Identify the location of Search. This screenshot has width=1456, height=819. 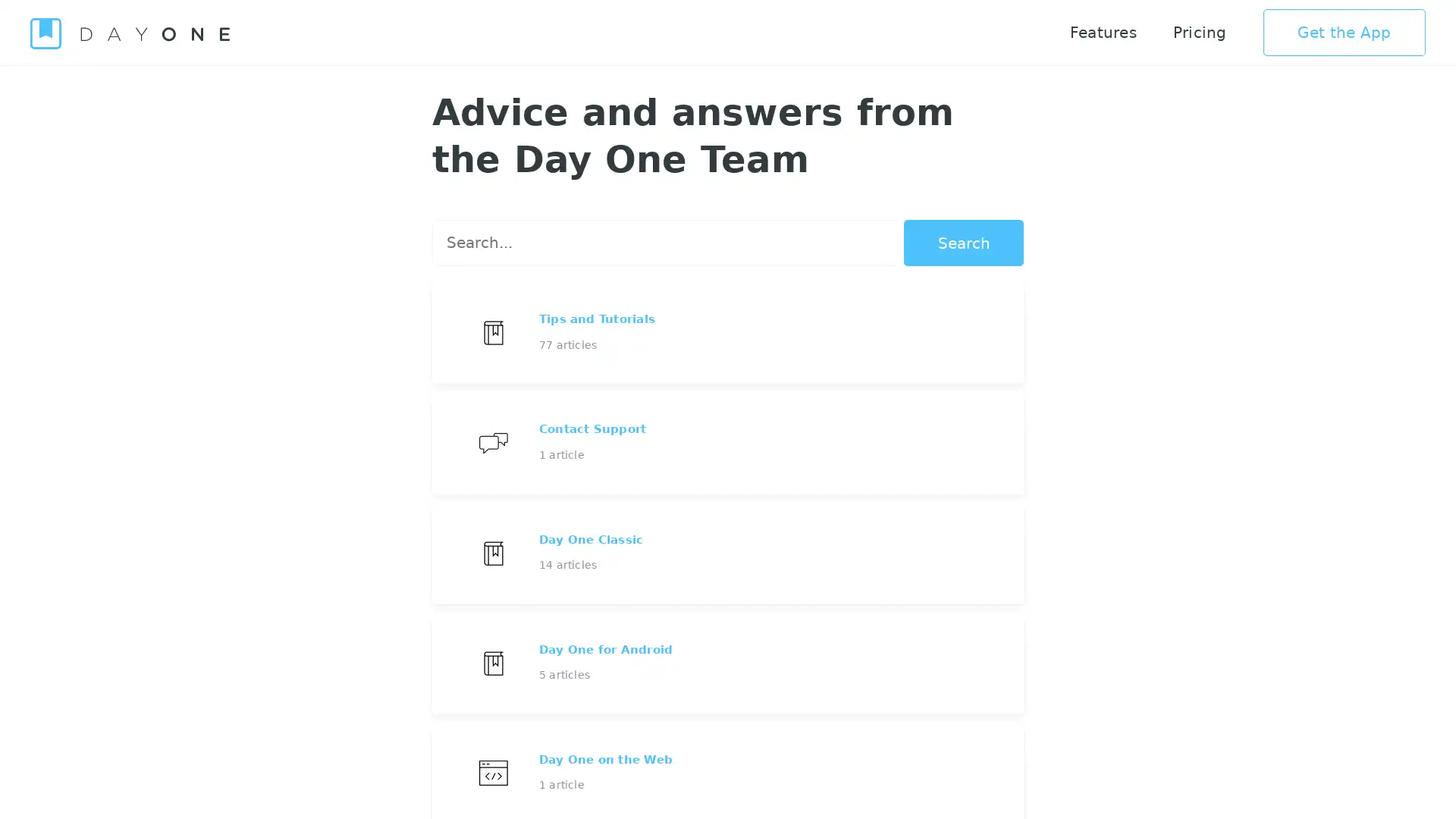
(963, 242).